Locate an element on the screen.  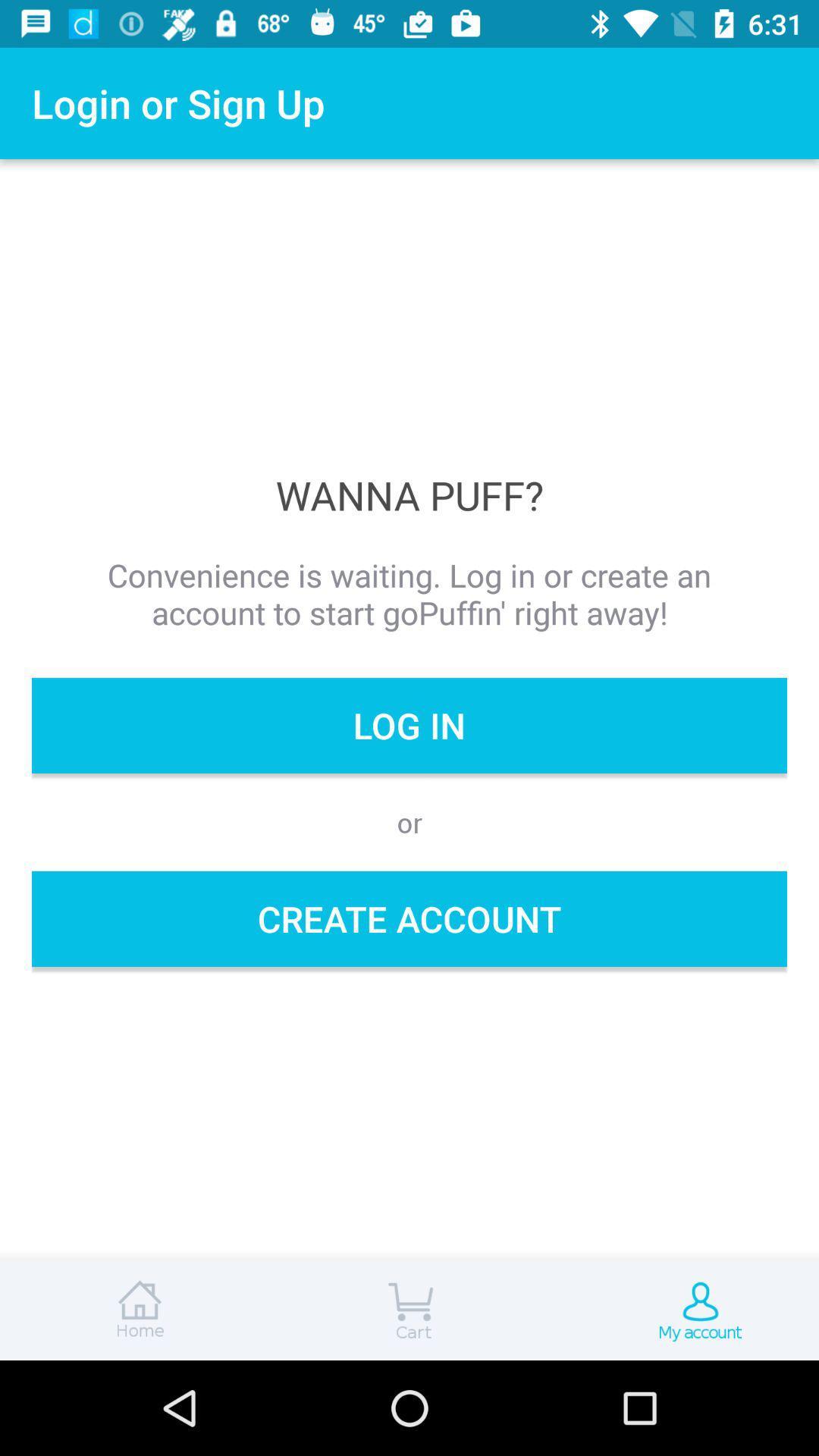
home is located at coordinates (136, 1310).